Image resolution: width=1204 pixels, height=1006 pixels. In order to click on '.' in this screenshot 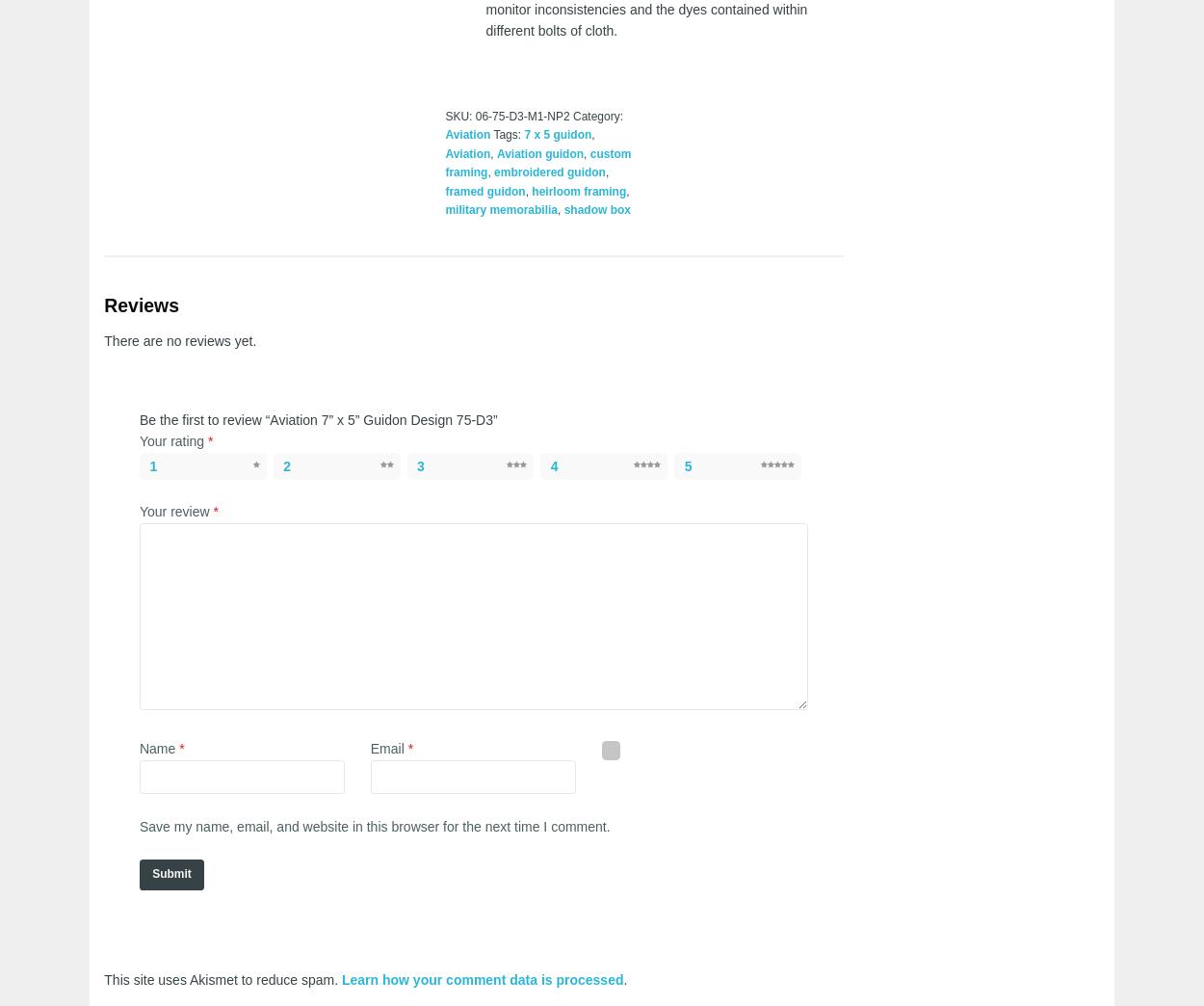, I will do `click(622, 979)`.